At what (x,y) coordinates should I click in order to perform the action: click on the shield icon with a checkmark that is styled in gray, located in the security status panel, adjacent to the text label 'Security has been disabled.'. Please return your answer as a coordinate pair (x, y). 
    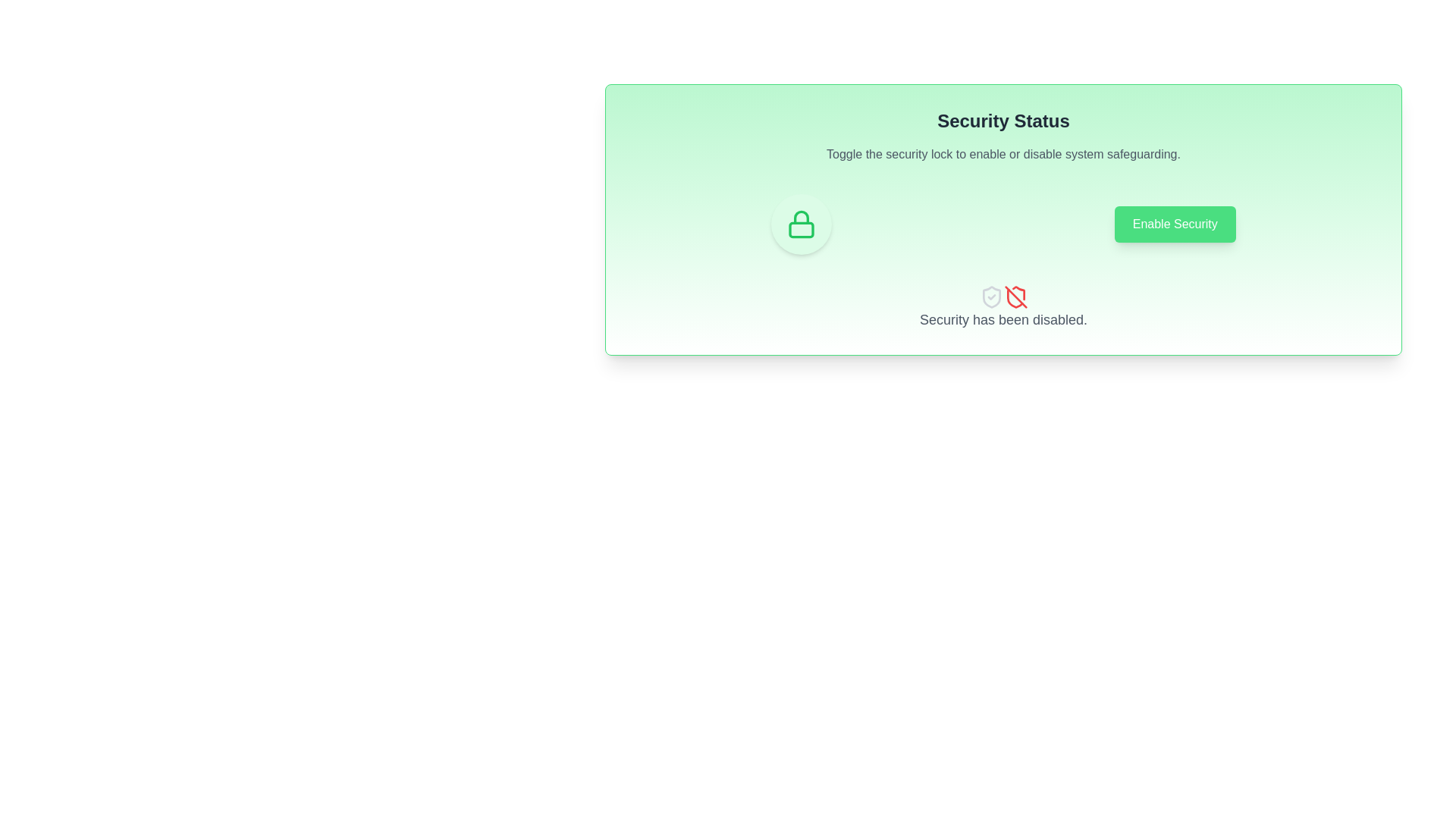
    Looking at the image, I should click on (991, 297).